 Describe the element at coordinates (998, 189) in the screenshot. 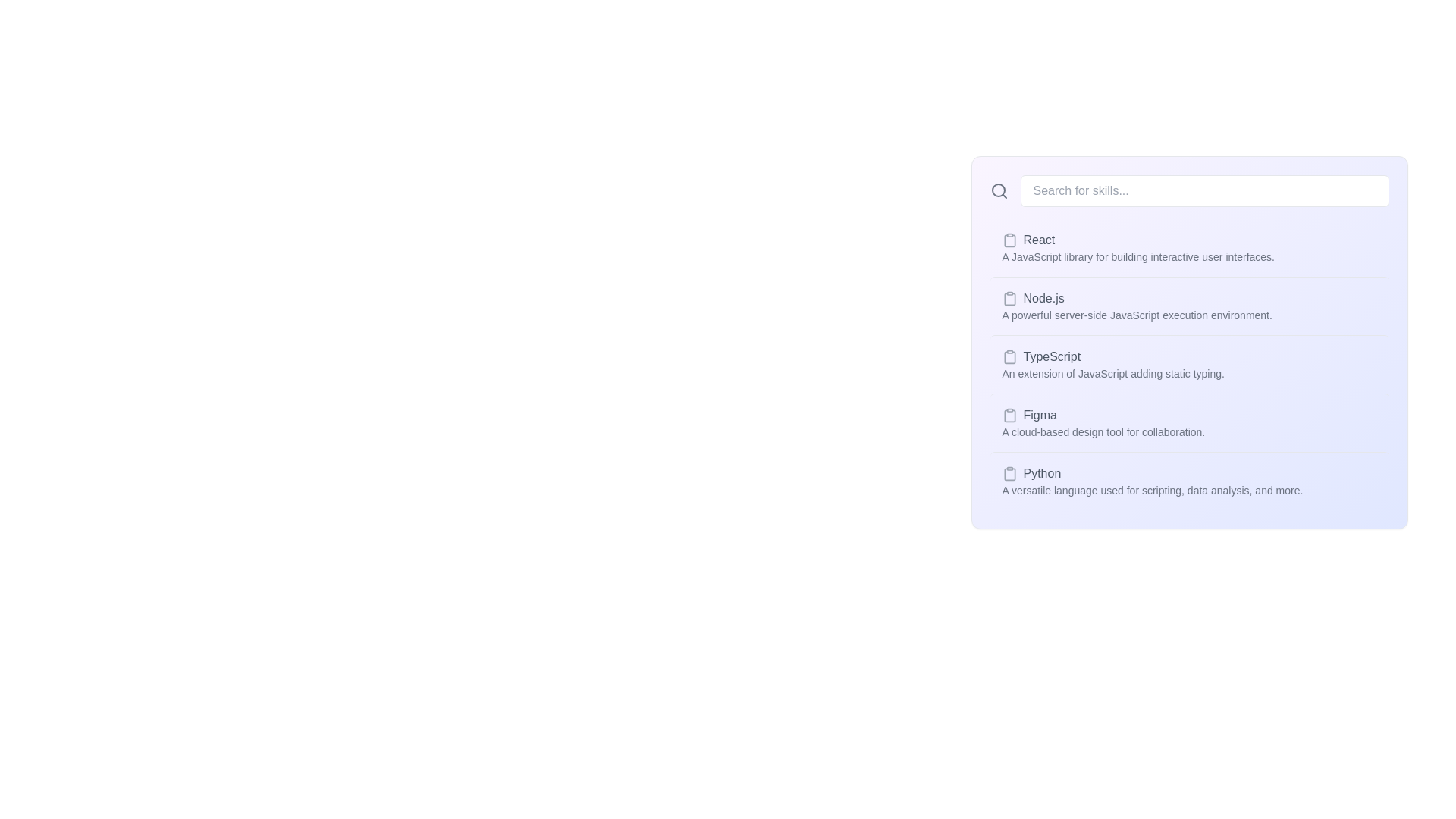

I see `the input field for the search feature by clicking the hollow circle of the search icon` at that location.